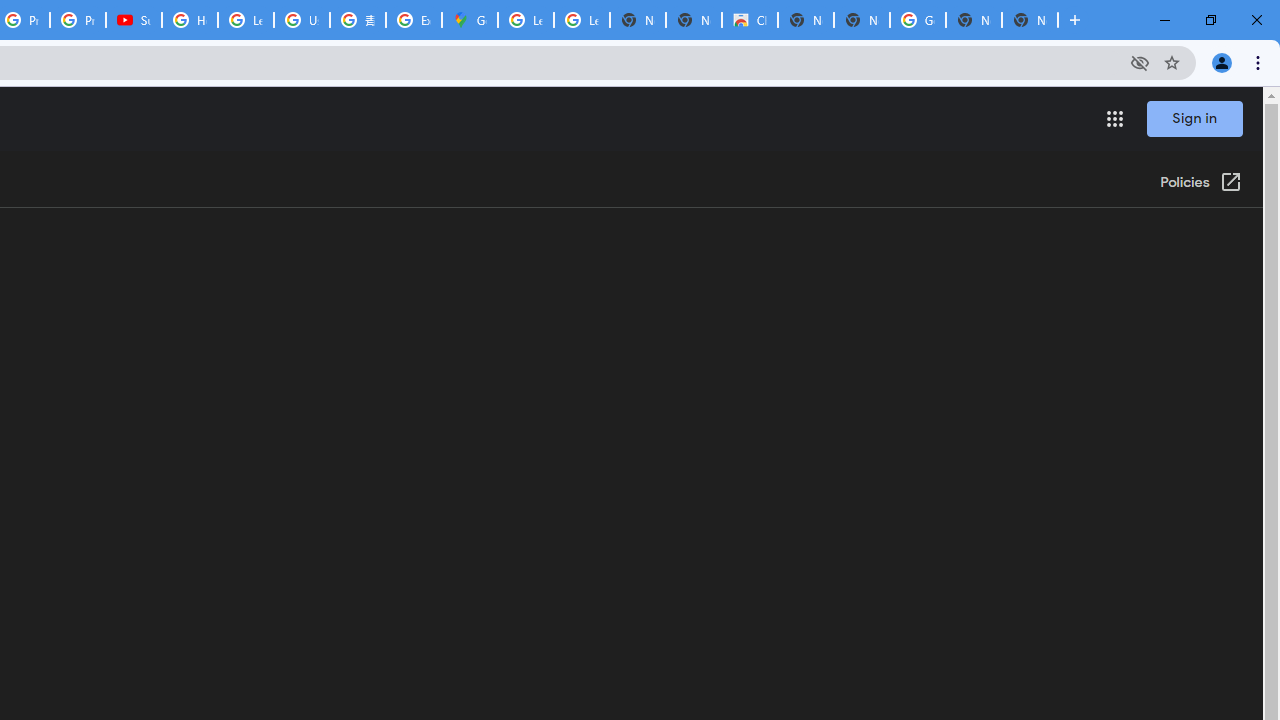 The image size is (1280, 720). I want to click on 'Google Maps', so click(468, 20).